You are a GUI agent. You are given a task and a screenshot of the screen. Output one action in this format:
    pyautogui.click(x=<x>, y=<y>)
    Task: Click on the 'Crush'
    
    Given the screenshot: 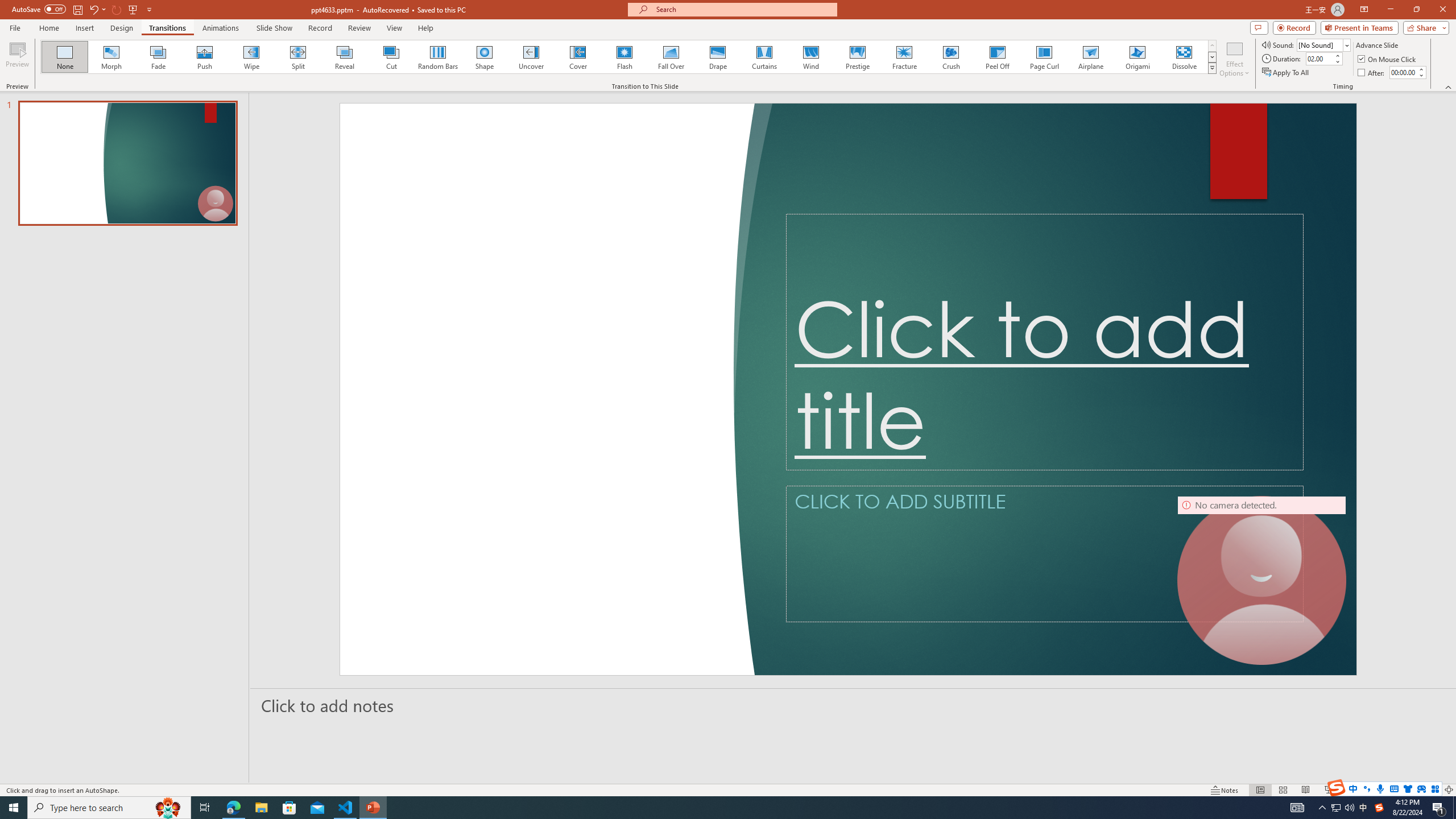 What is the action you would take?
    pyautogui.click(x=950, y=56)
    